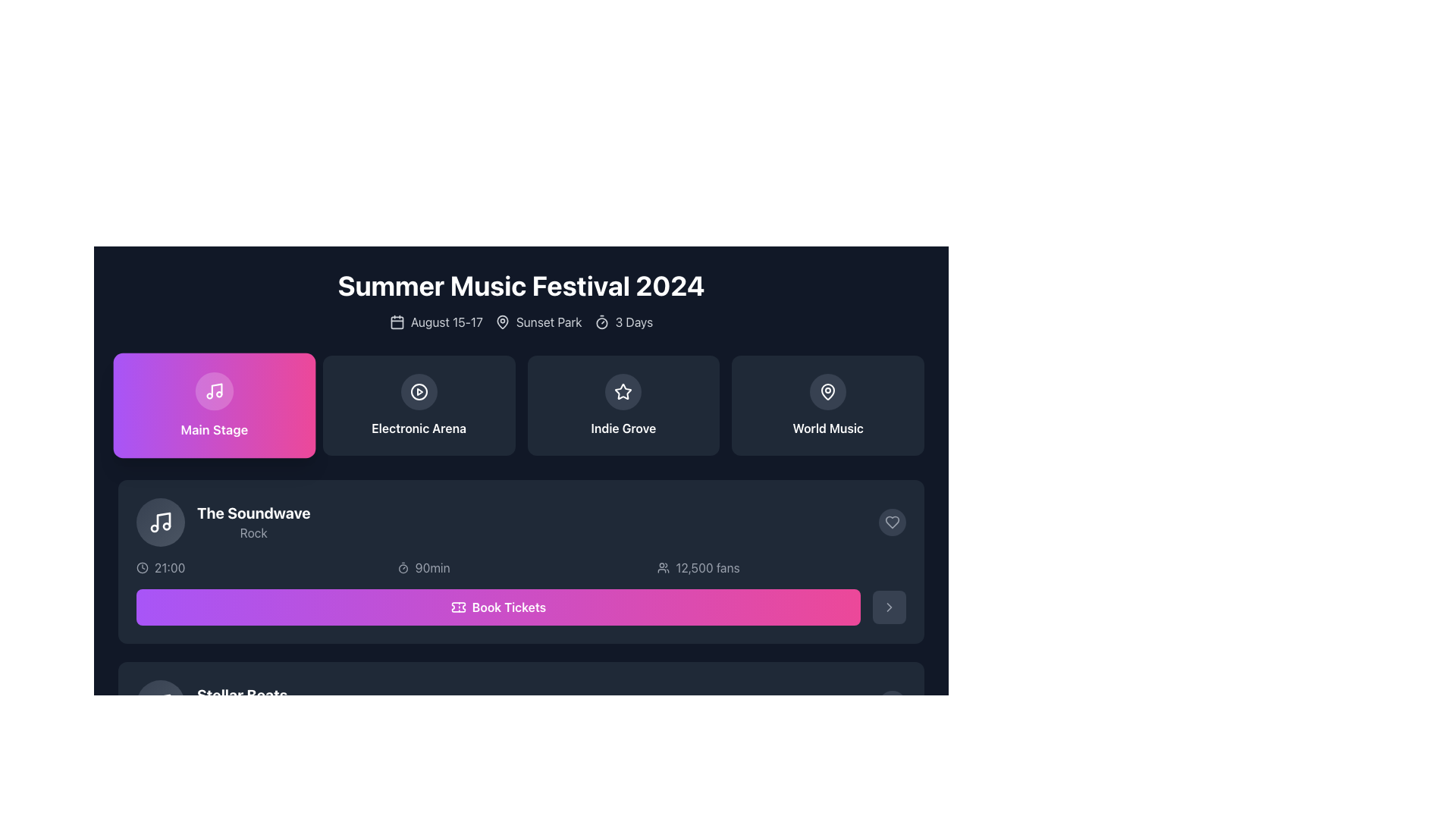 Image resolution: width=1456 pixels, height=819 pixels. I want to click on the circular clock icon located just to the left of the text '21:00' in the 'The Soundwave' section, so click(142, 567).